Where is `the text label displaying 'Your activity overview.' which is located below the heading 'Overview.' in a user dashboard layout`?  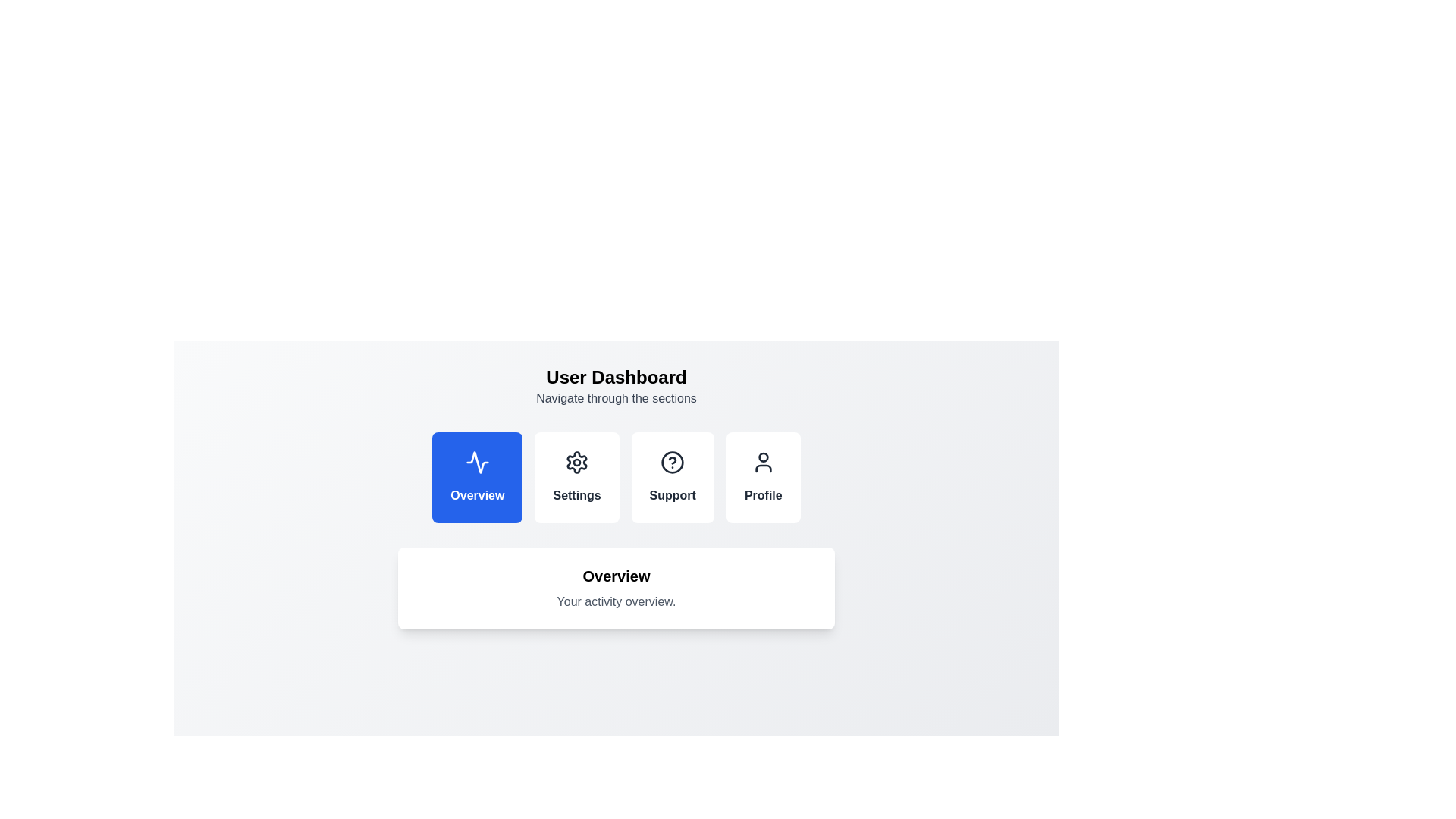
the text label displaying 'Your activity overview.' which is located below the heading 'Overview.' in a user dashboard layout is located at coordinates (616, 601).